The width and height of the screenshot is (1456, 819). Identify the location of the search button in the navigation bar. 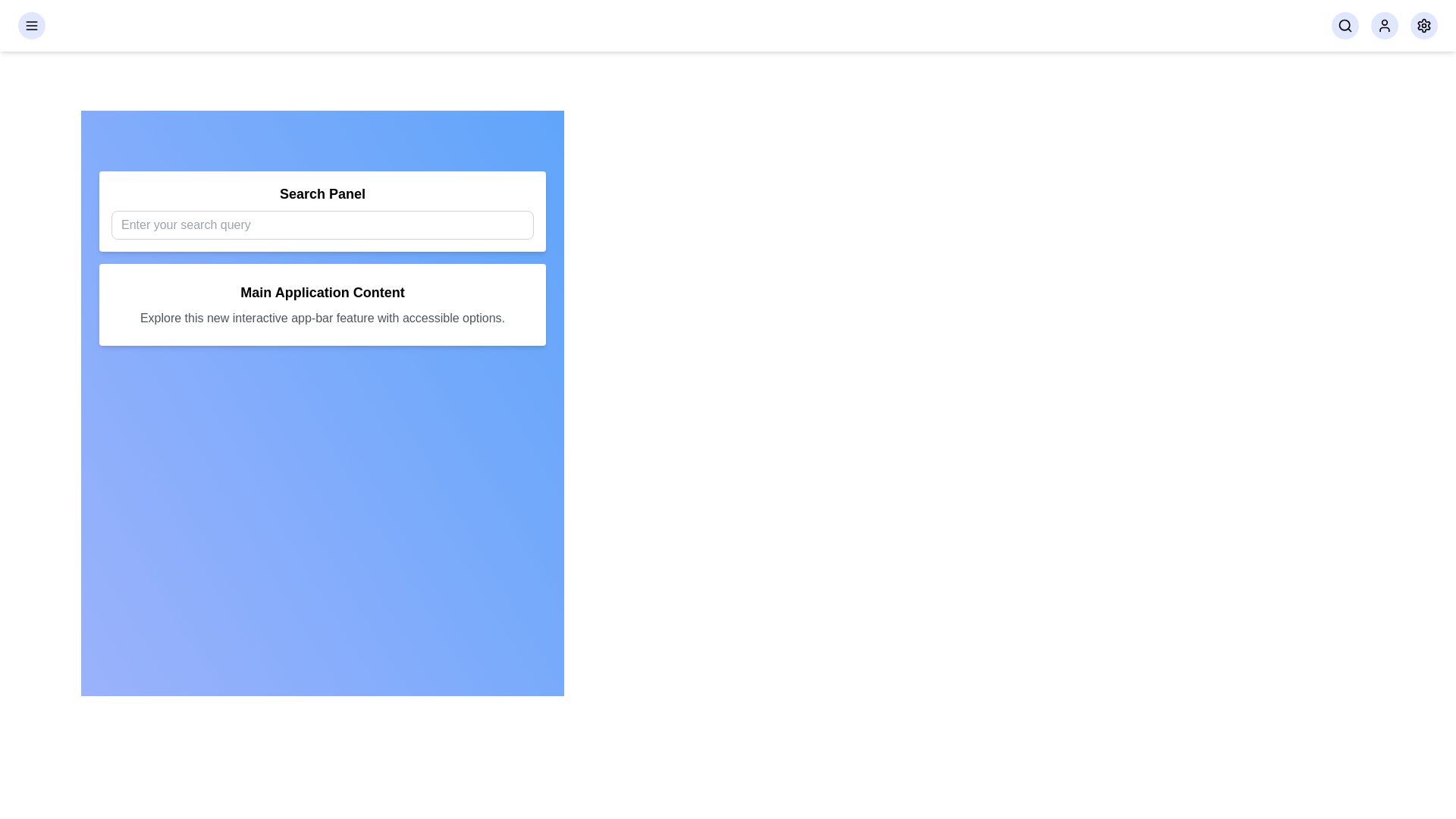
(1345, 26).